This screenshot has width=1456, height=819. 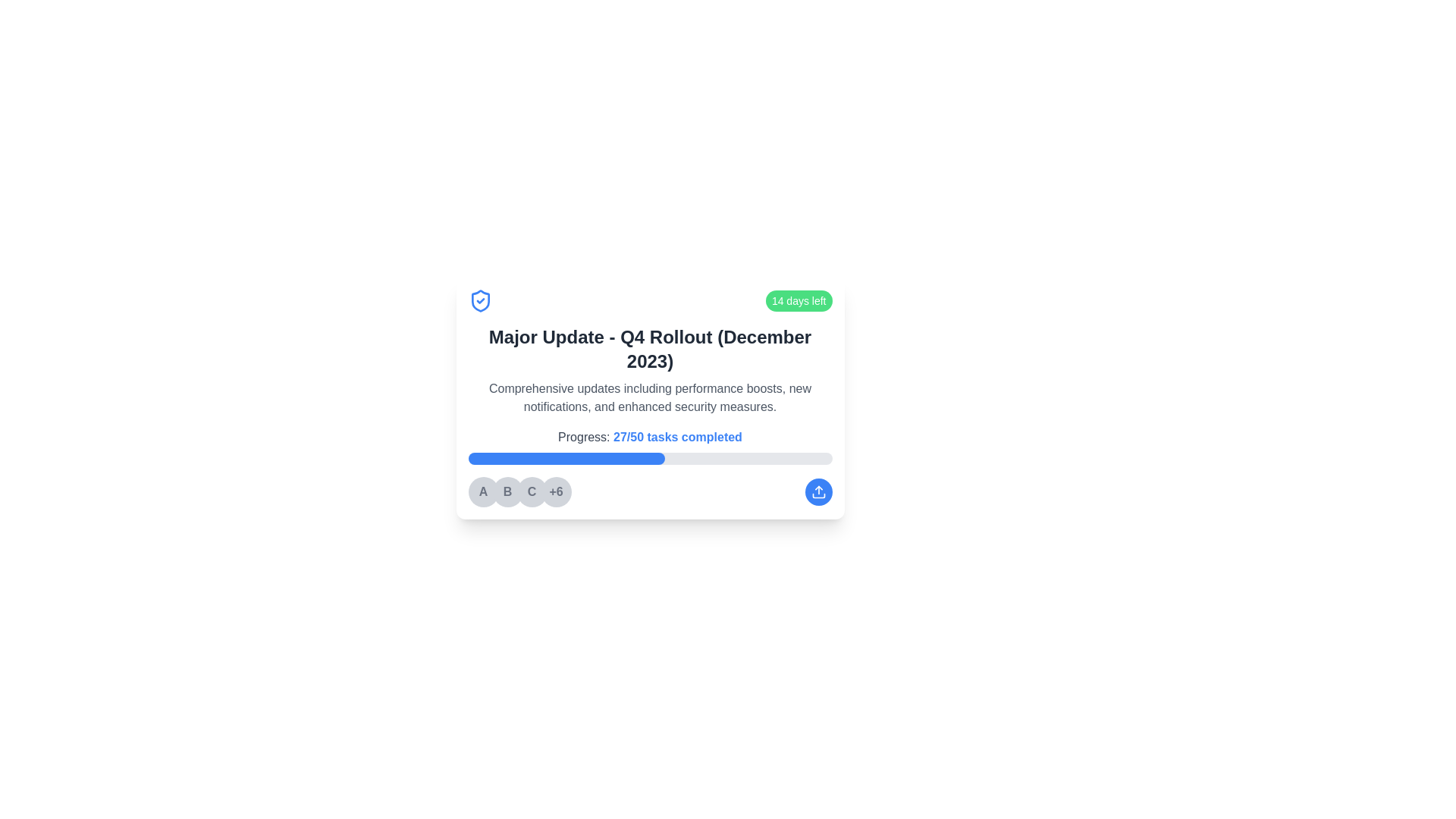 I want to click on the circular button with a light gray background and the text '+6', located at the bottom-right of the card, next to buttons labeled 'A', 'B', and 'C', so click(x=555, y=491).